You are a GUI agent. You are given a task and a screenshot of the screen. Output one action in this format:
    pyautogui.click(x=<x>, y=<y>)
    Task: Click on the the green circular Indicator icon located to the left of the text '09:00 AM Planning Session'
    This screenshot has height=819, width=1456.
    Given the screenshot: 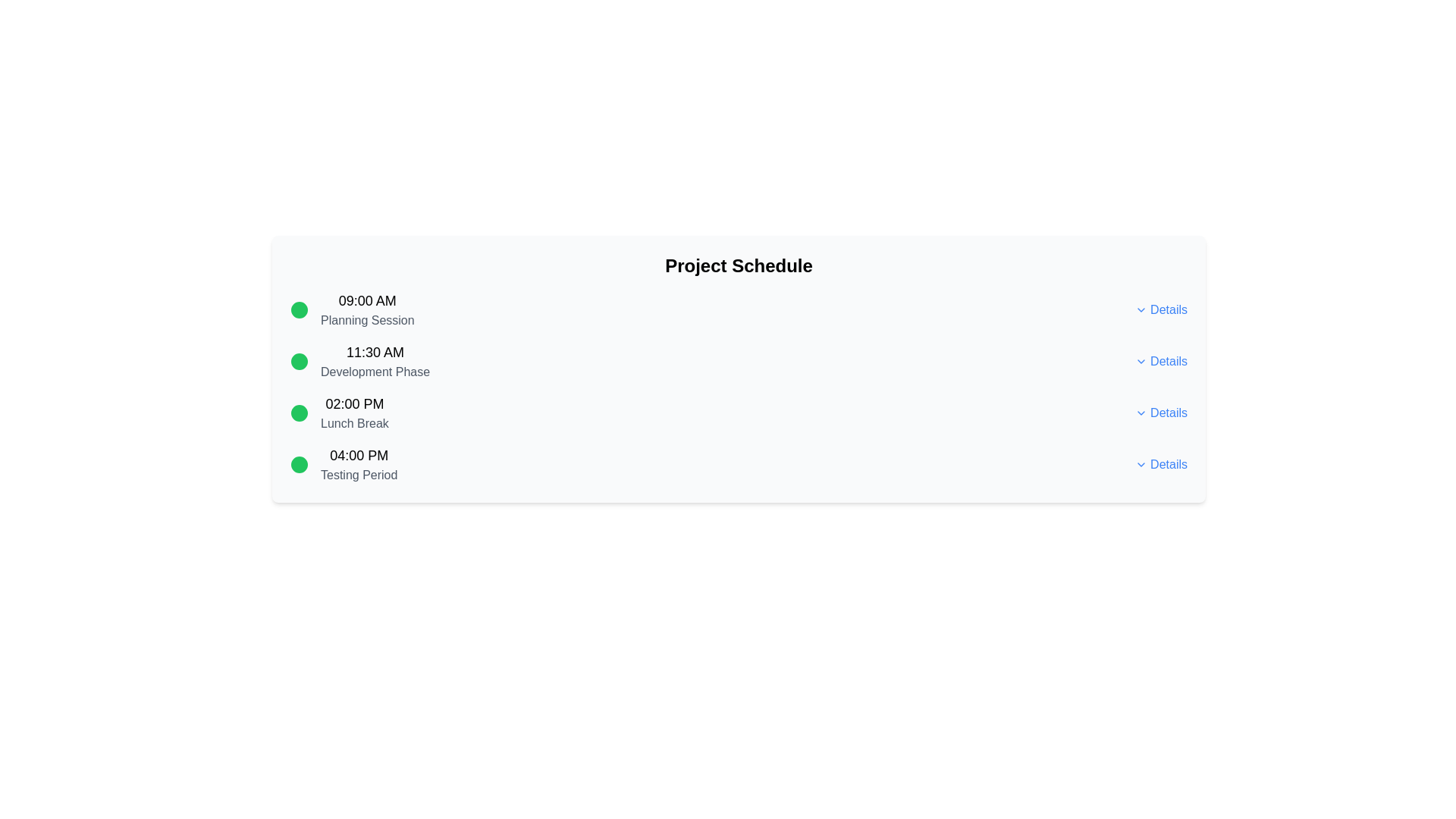 What is the action you would take?
    pyautogui.click(x=299, y=309)
    